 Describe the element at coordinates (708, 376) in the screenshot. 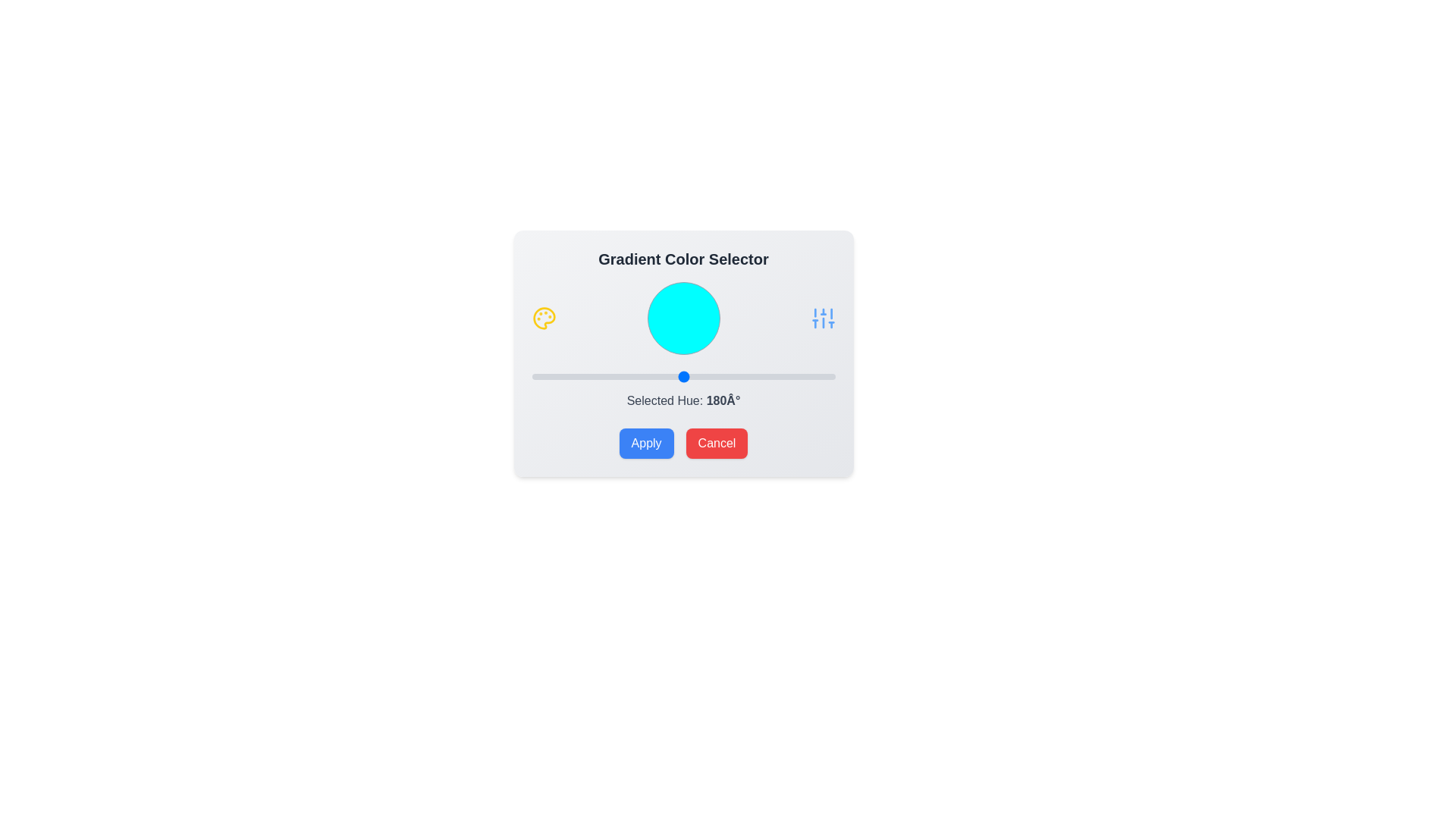

I see `the slider to set the hue value to 210°` at that location.